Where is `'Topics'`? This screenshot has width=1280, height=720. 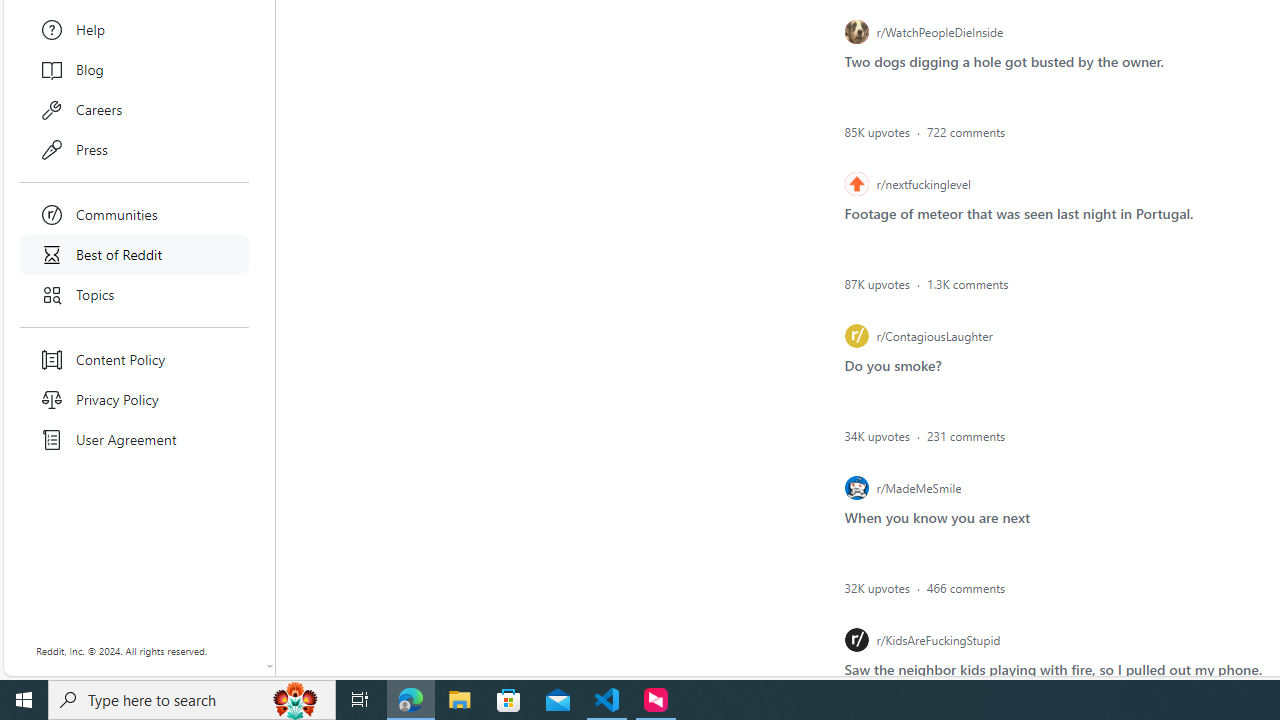
'Topics' is located at coordinates (134, 295).